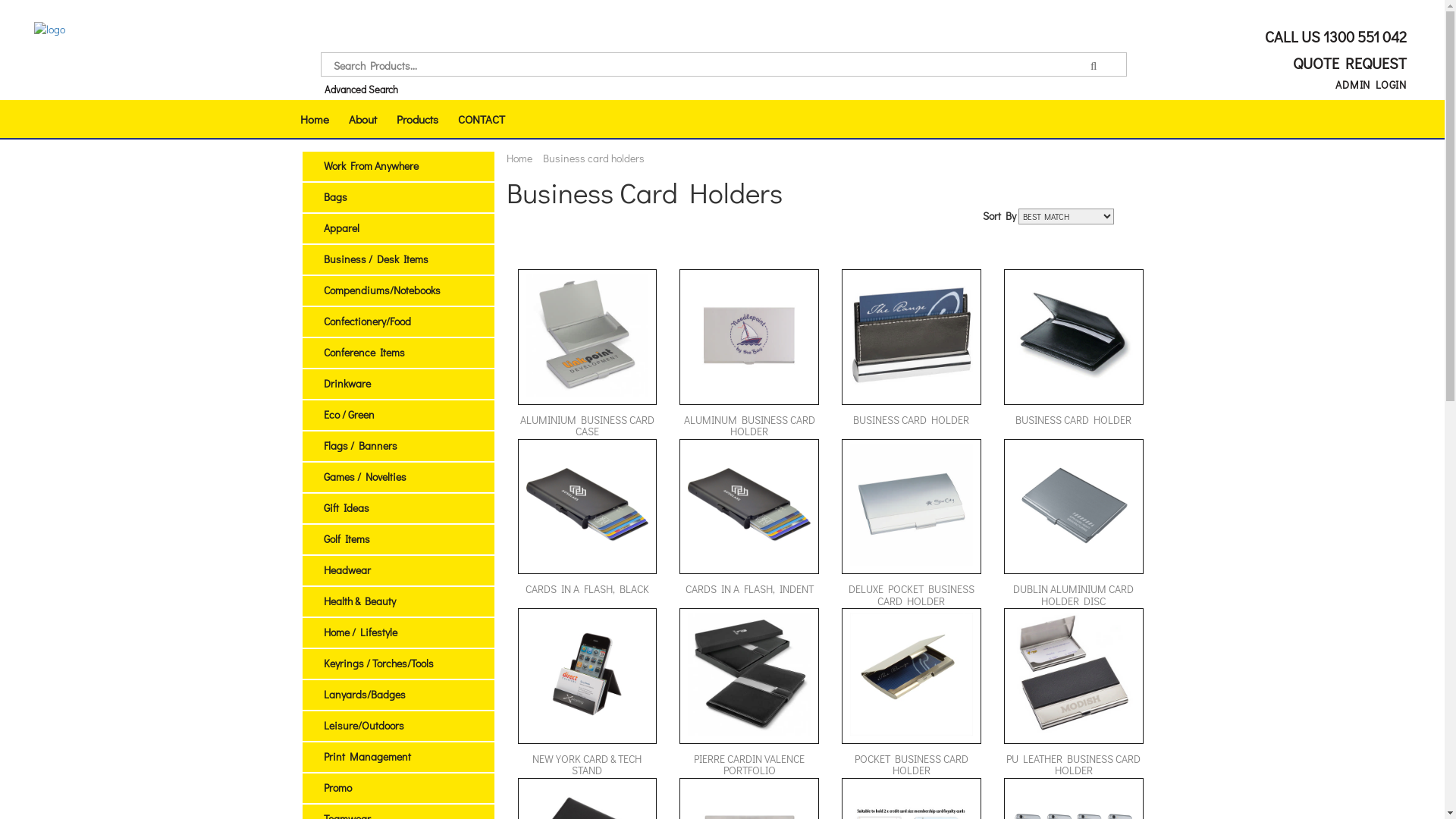 This screenshot has width=1456, height=819. I want to click on 'QUOTE REQUEST', so click(1347, 62).